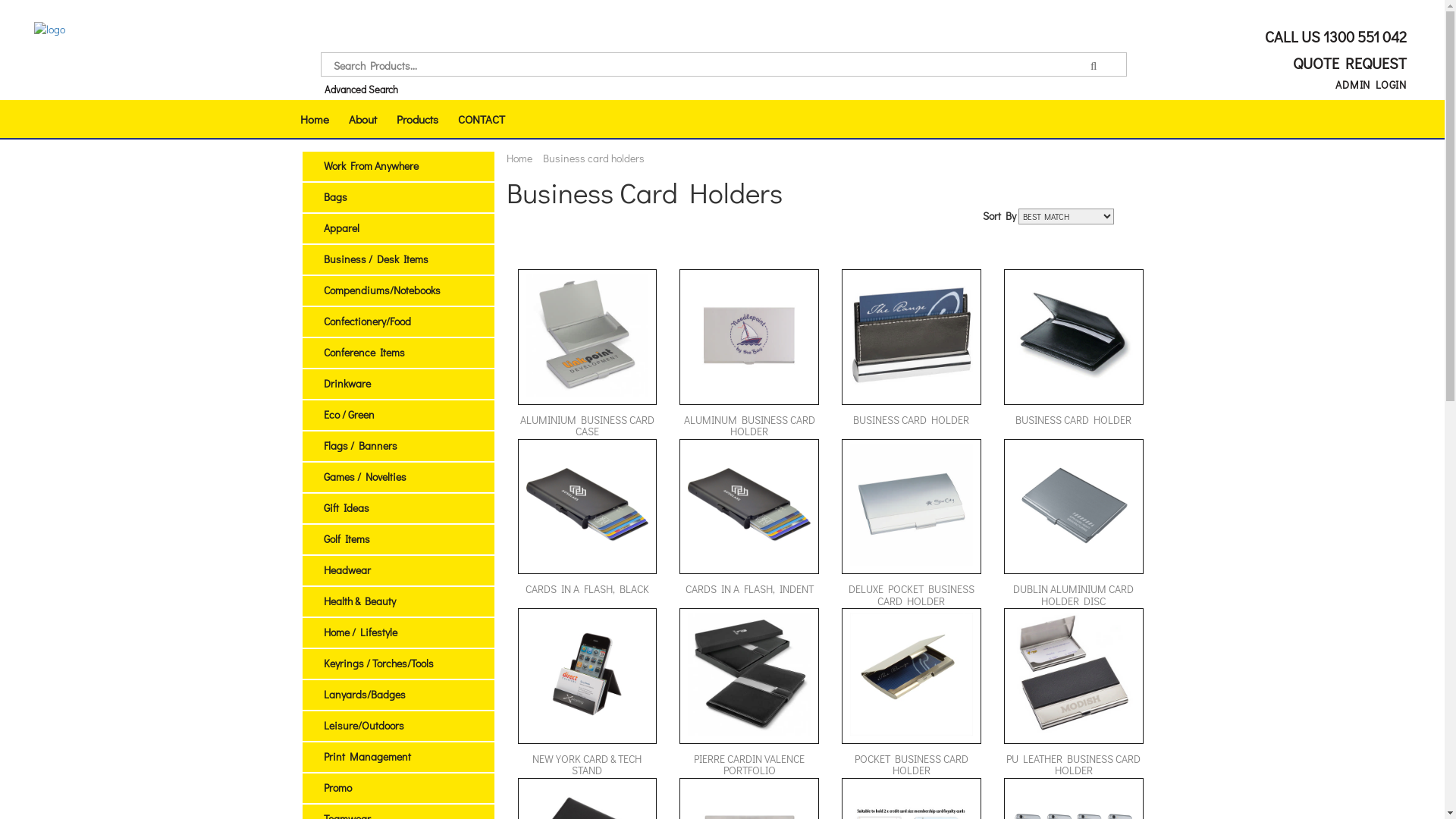 This screenshot has width=1456, height=819. I want to click on 'QUOTE REQUEST', so click(1347, 62).